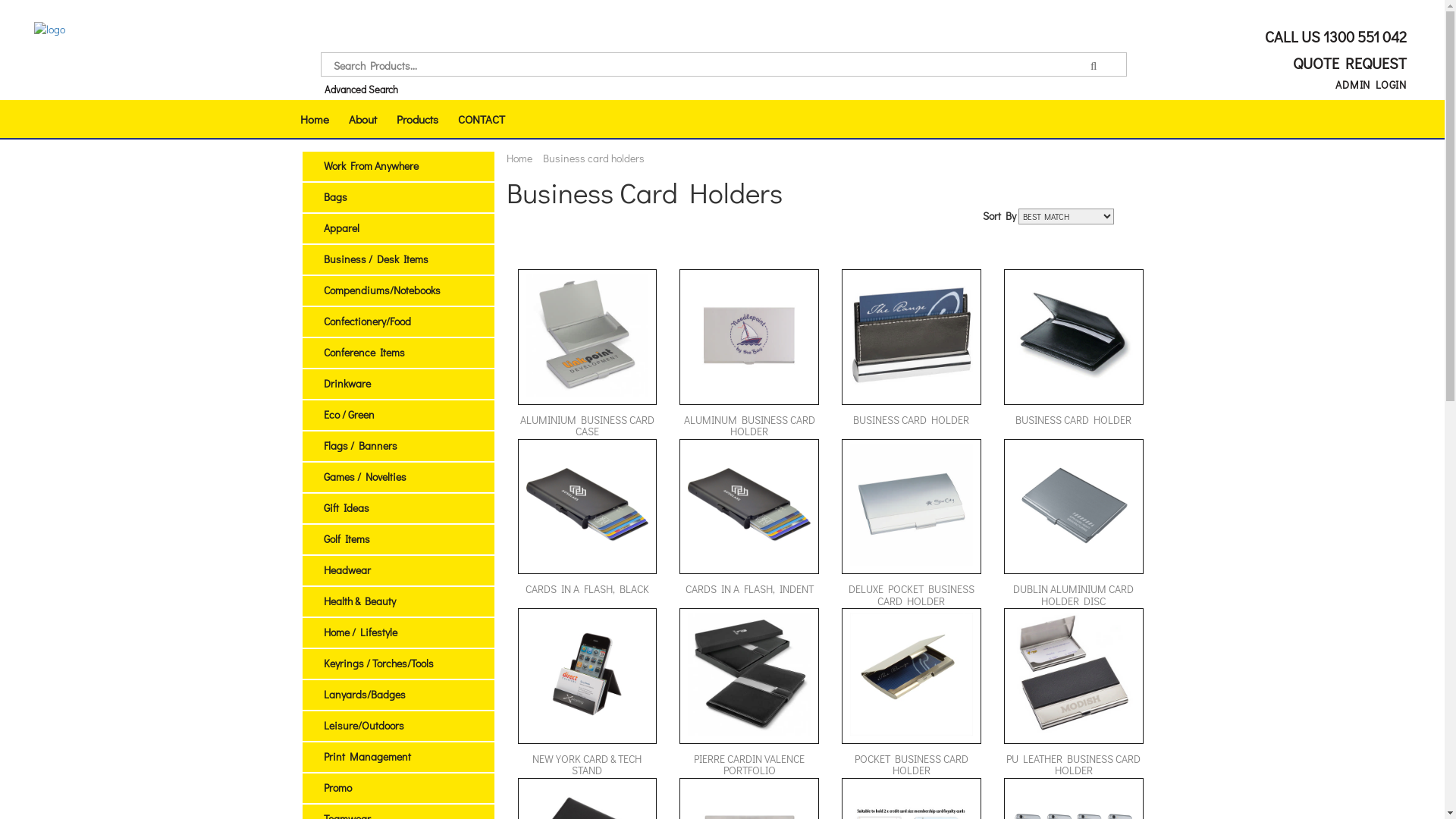 This screenshot has width=1456, height=819. I want to click on 'QUOTE REQUEST', so click(1347, 62).